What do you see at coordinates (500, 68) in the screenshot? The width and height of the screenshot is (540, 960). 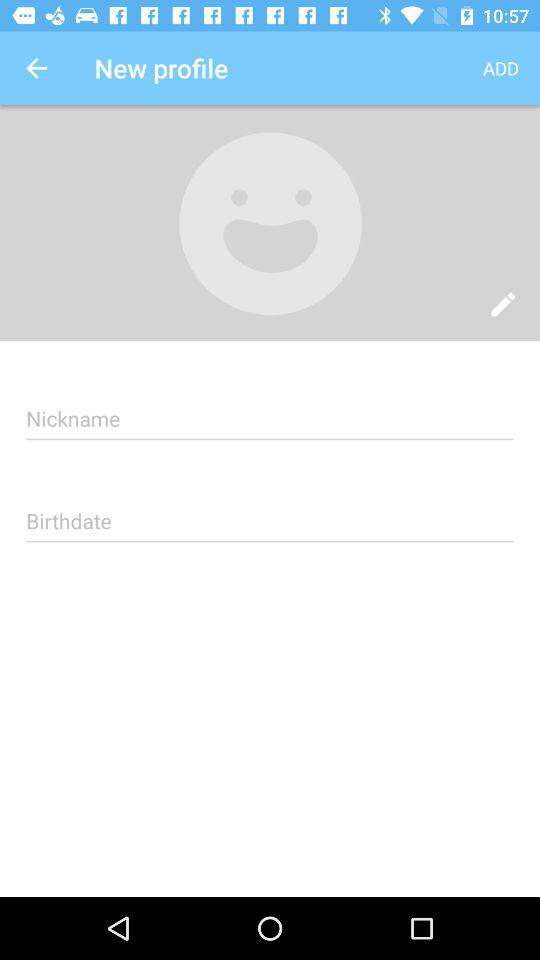 I see `the app next to new profile item` at bounding box center [500, 68].